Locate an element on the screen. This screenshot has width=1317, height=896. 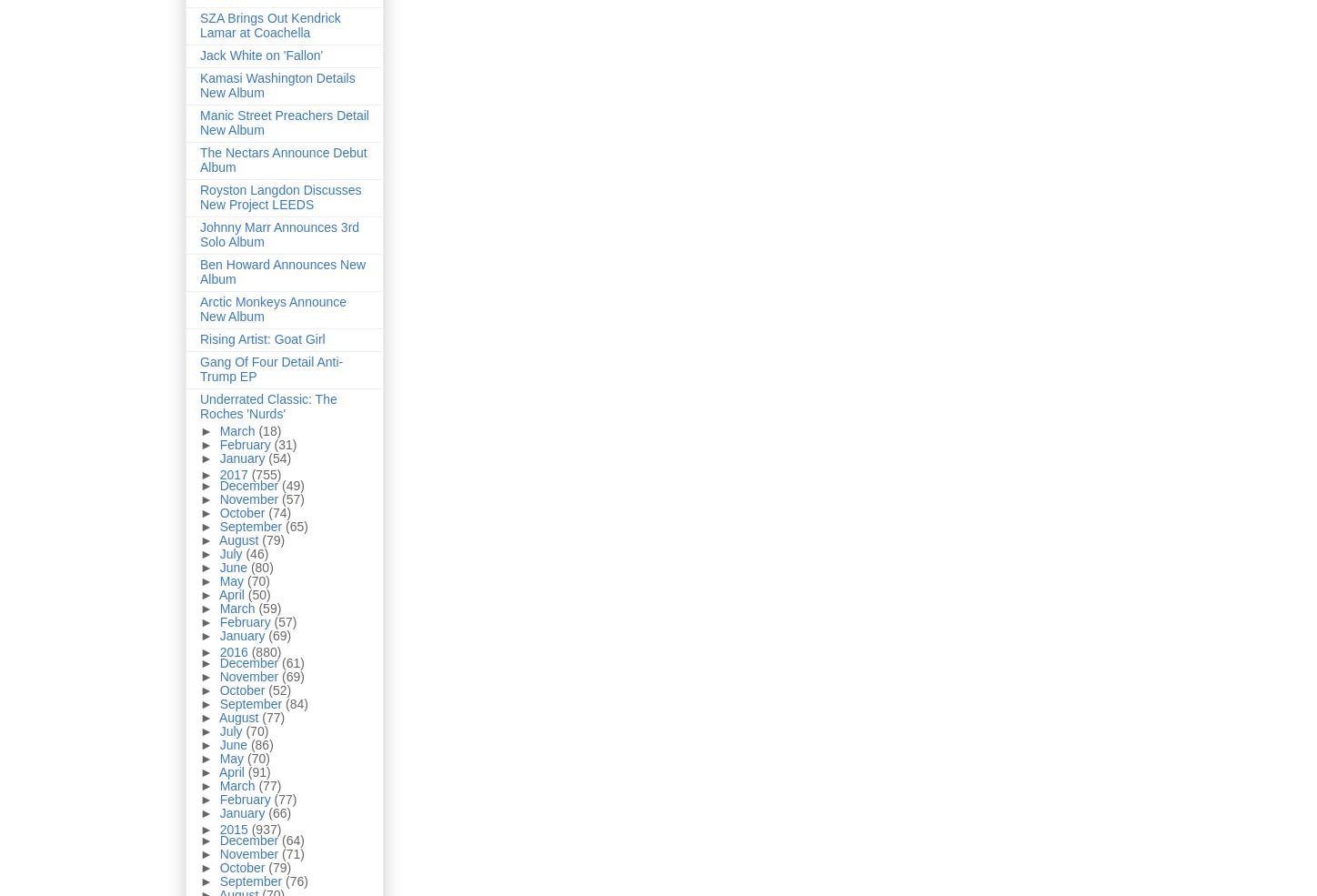
'Ben Howard Announces New Album' is located at coordinates (282, 272).